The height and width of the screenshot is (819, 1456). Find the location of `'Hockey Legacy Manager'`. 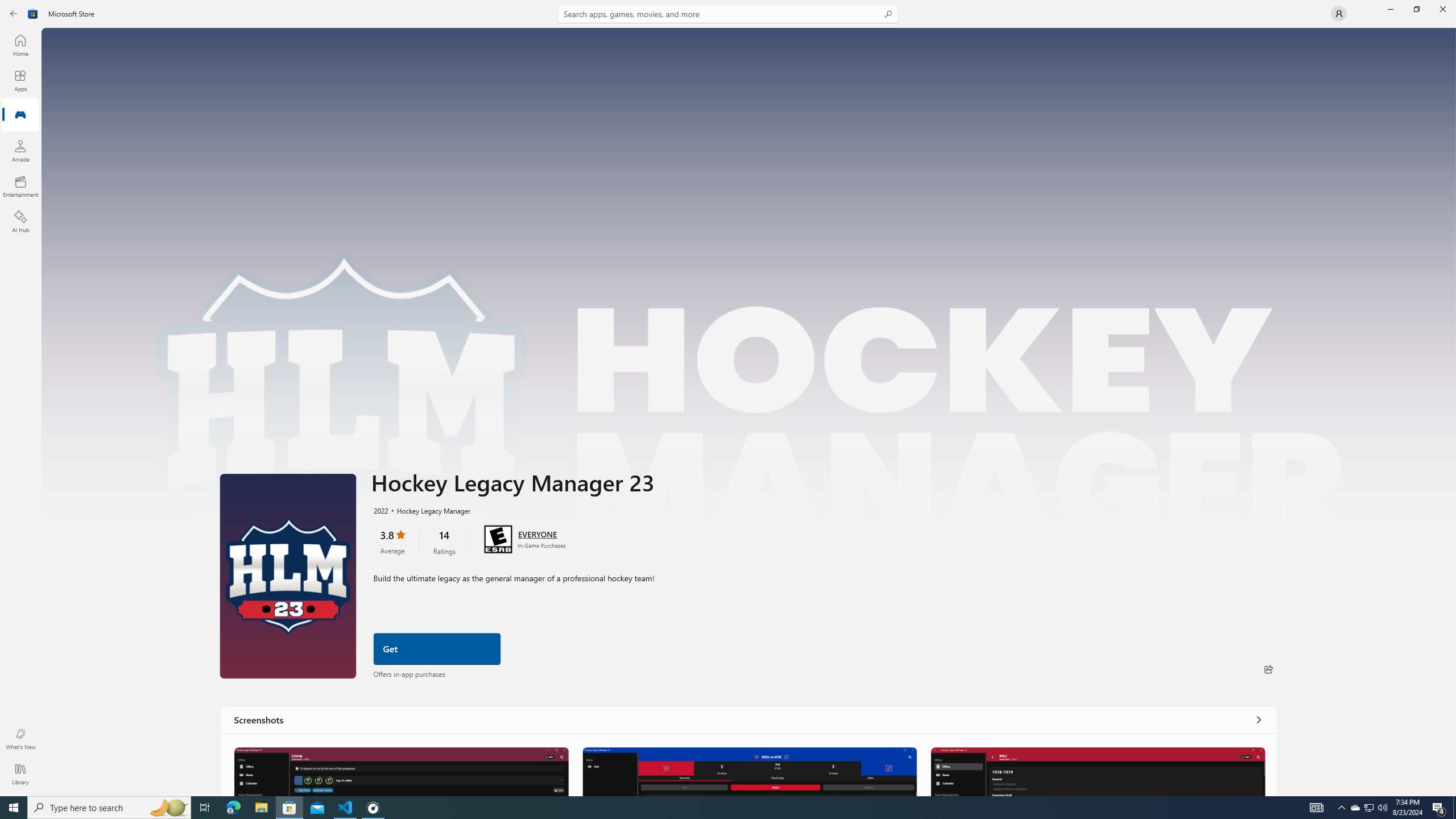

'Hockey Legacy Manager' is located at coordinates (428, 510).